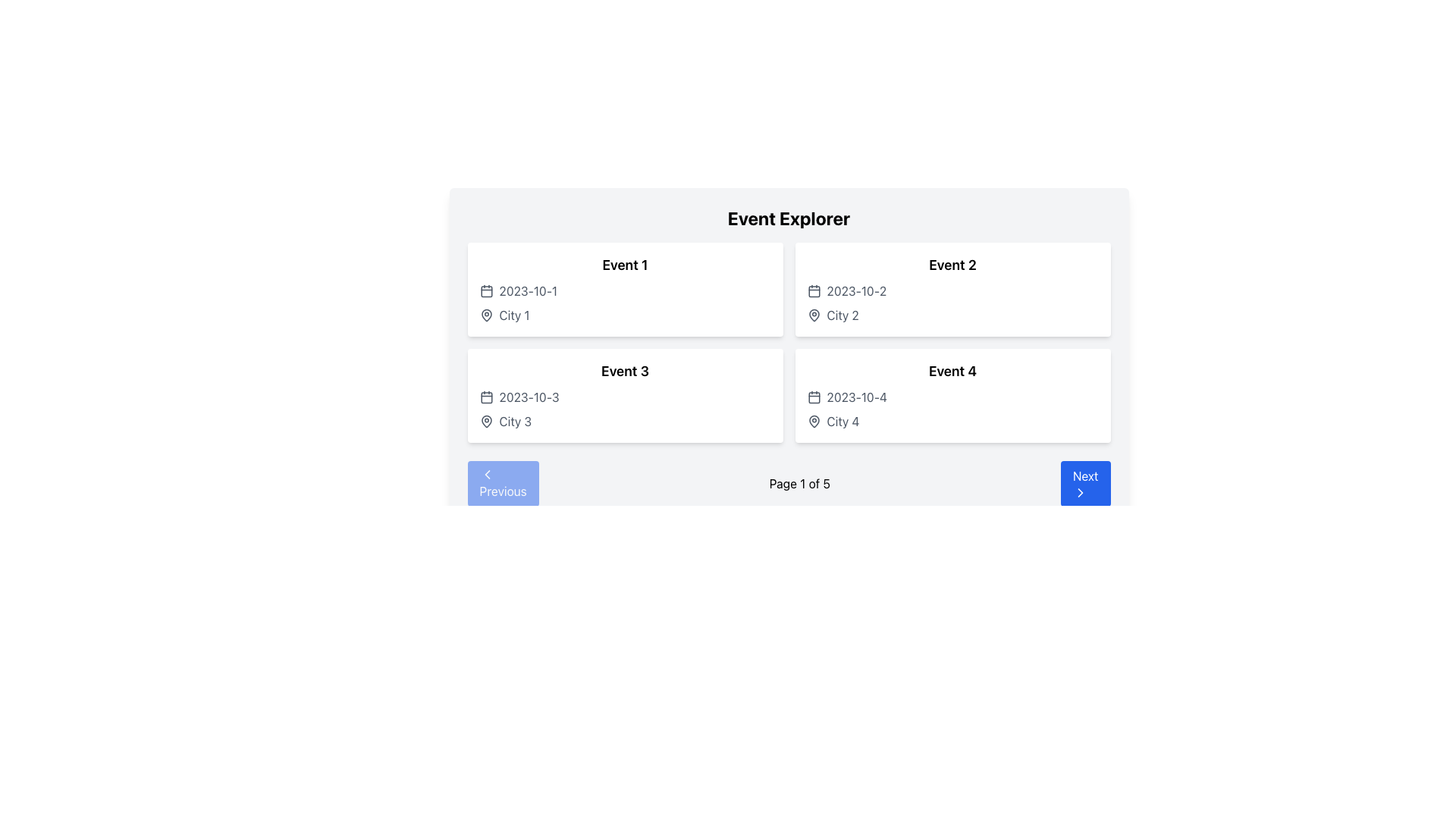 This screenshot has width=1456, height=819. I want to click on the calendar icon located in the 'Event 2' card, positioned near the date '2023-10-2', so click(813, 291).